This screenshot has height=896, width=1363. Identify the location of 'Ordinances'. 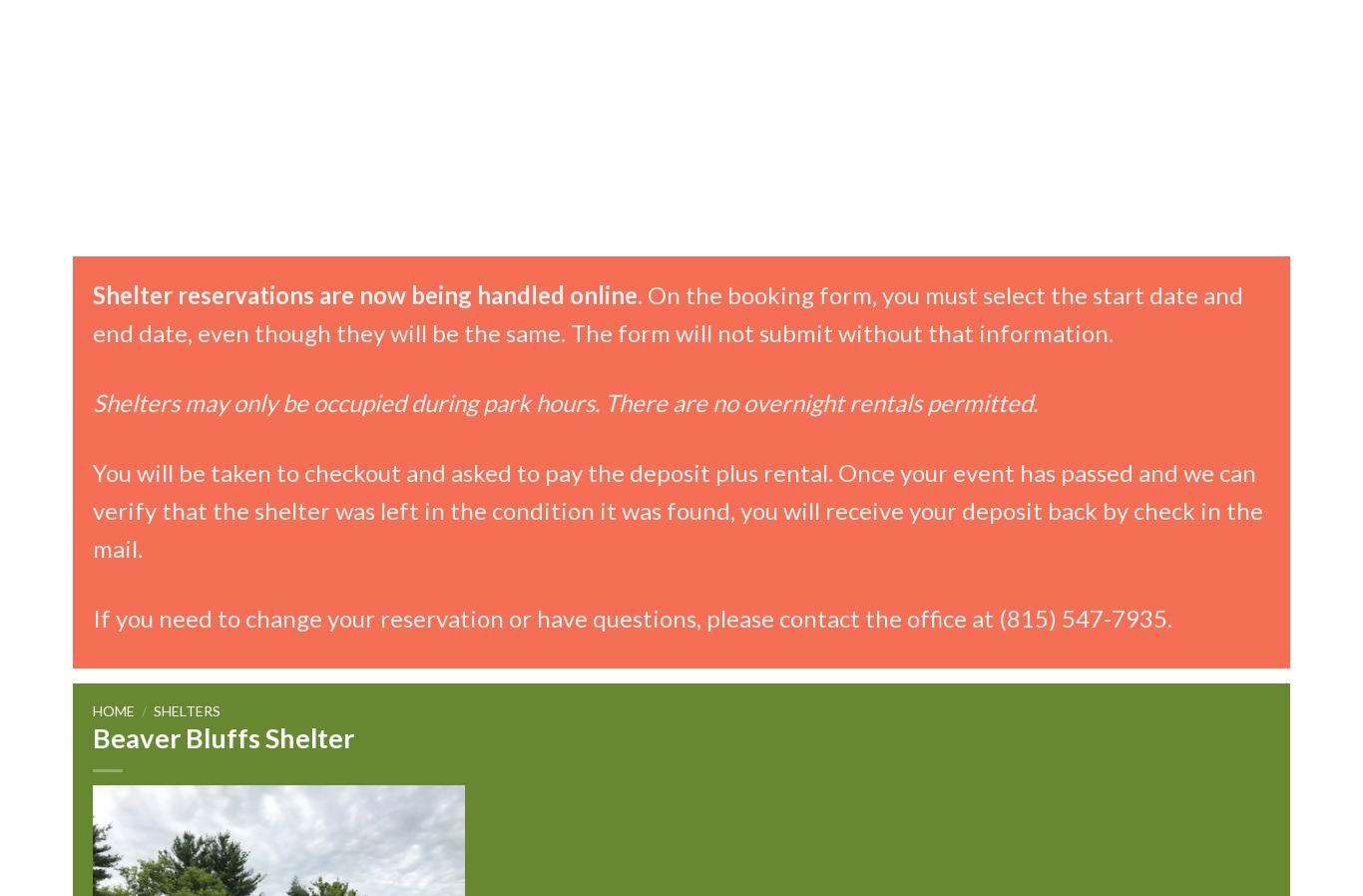
(530, 256).